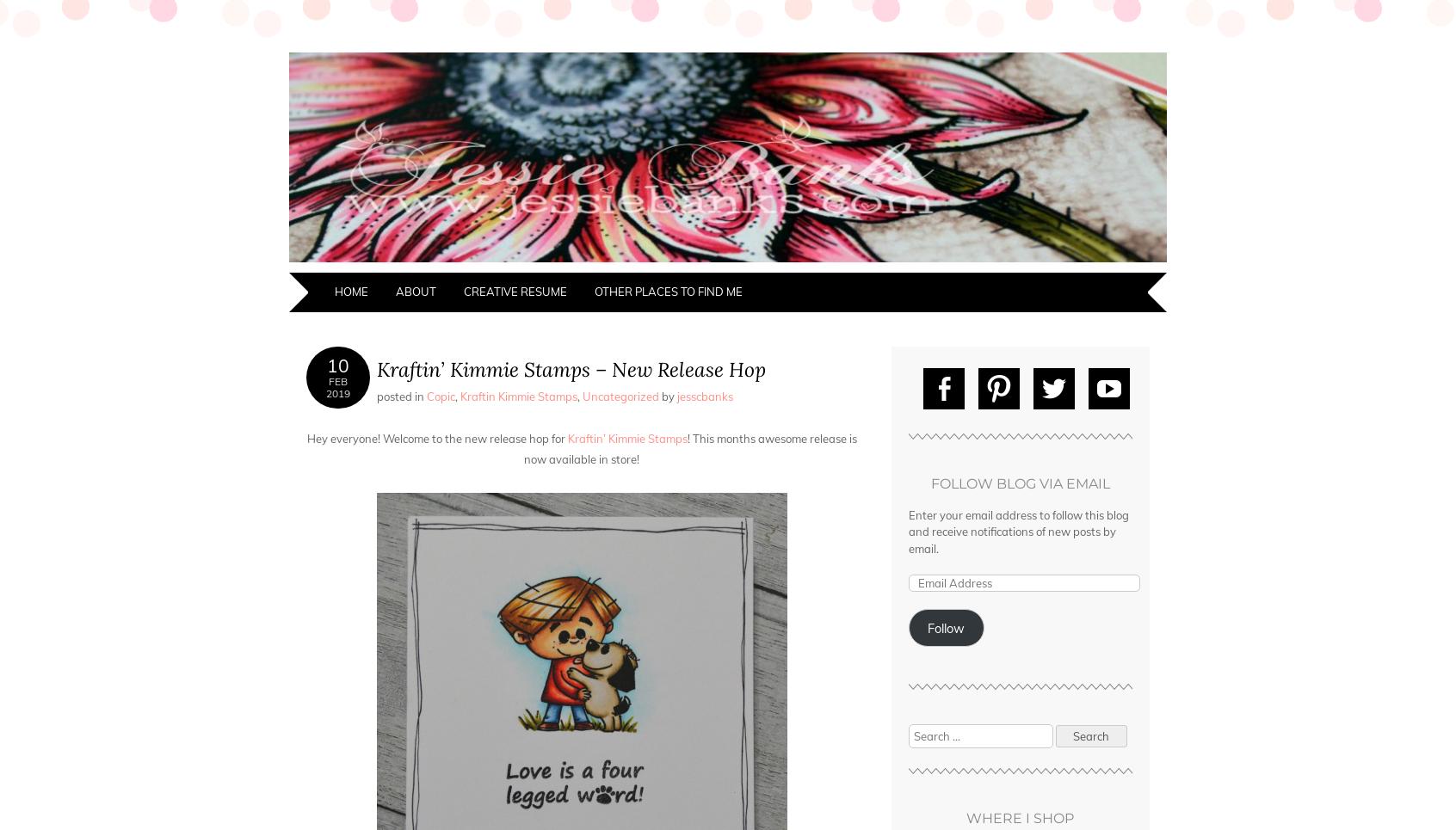  Describe the element at coordinates (564, 439) in the screenshot. I see `'Kraftin’ Kimmie Stamps'` at that location.